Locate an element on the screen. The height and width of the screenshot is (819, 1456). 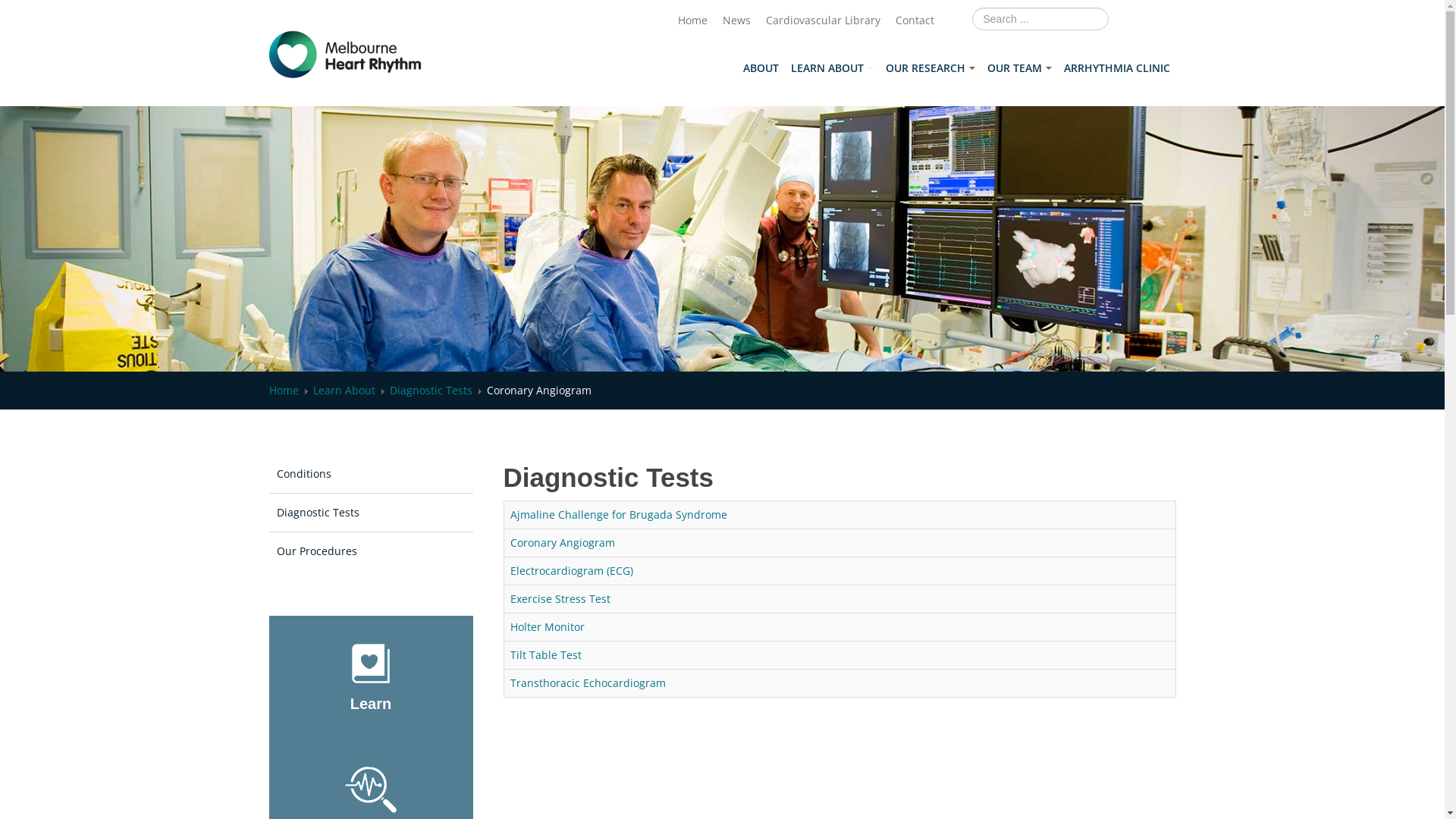
'OUR TEAM' is located at coordinates (981, 67).